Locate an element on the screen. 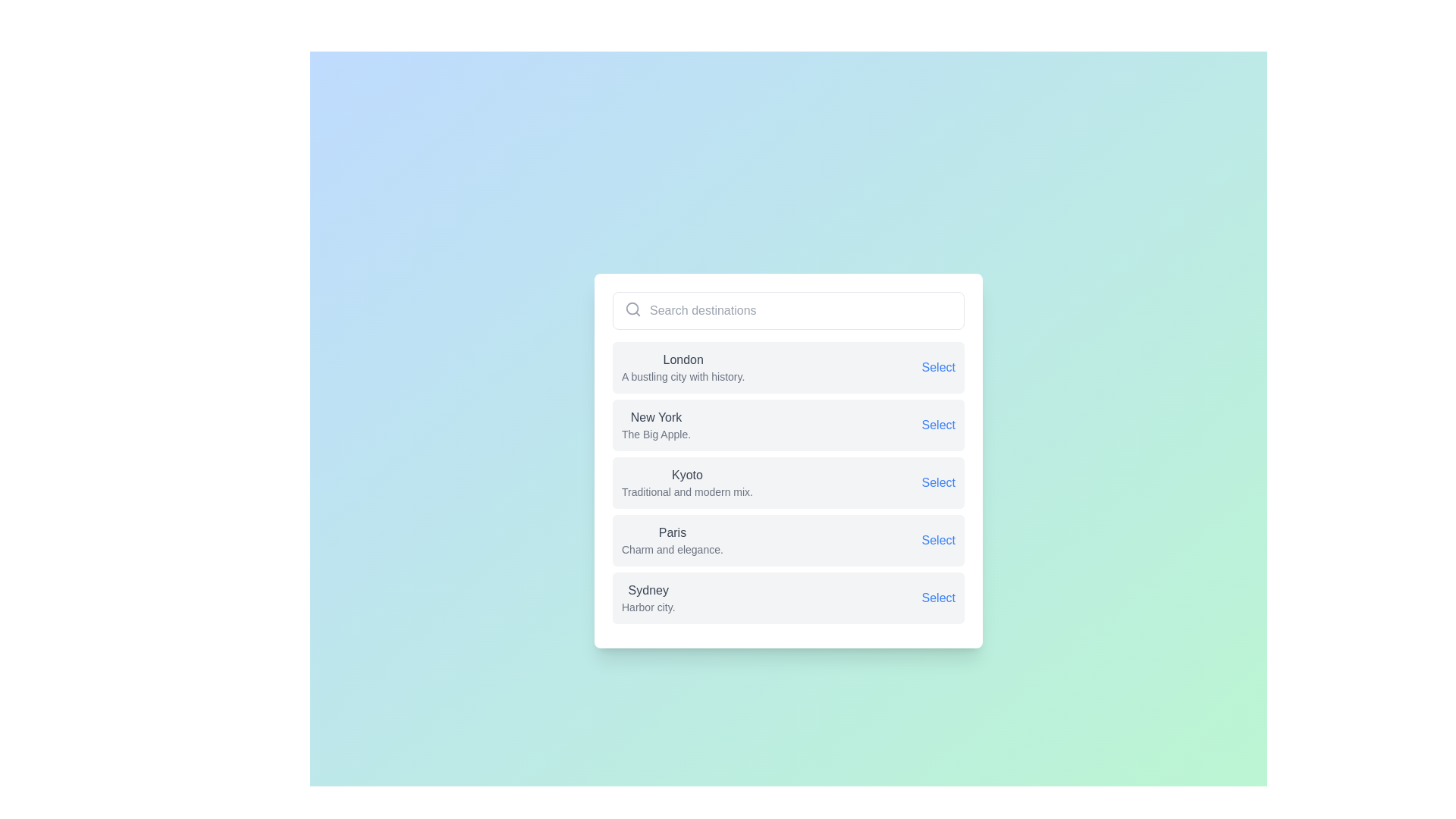  the non-interactive text label displaying 'The Big Apple.' which is located below the text 'New York' and aligned left with it is located at coordinates (656, 435).